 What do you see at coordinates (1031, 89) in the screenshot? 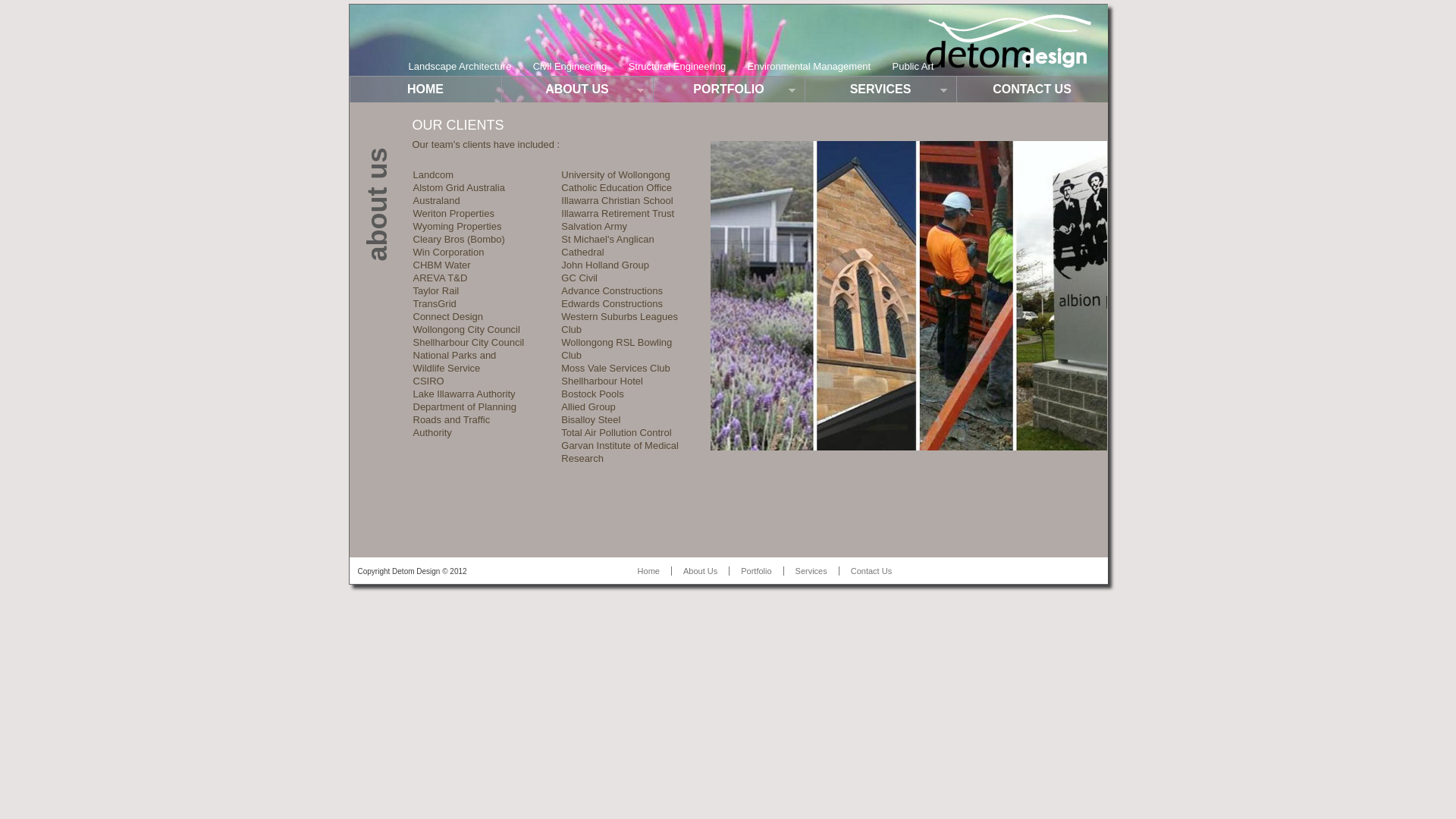
I see `'CONTACT US'` at bounding box center [1031, 89].